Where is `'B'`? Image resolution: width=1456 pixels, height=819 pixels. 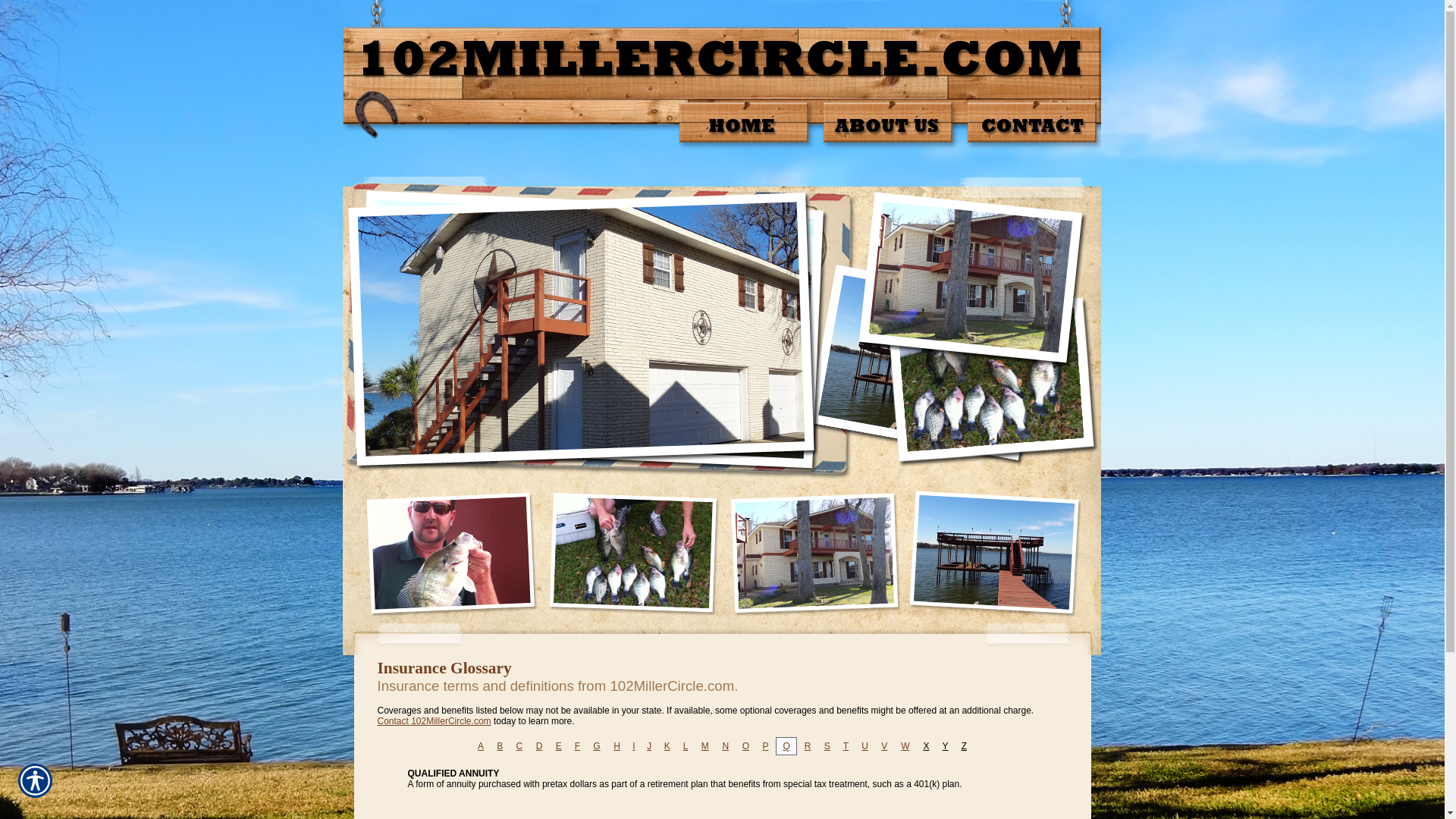
'B' is located at coordinates (499, 745).